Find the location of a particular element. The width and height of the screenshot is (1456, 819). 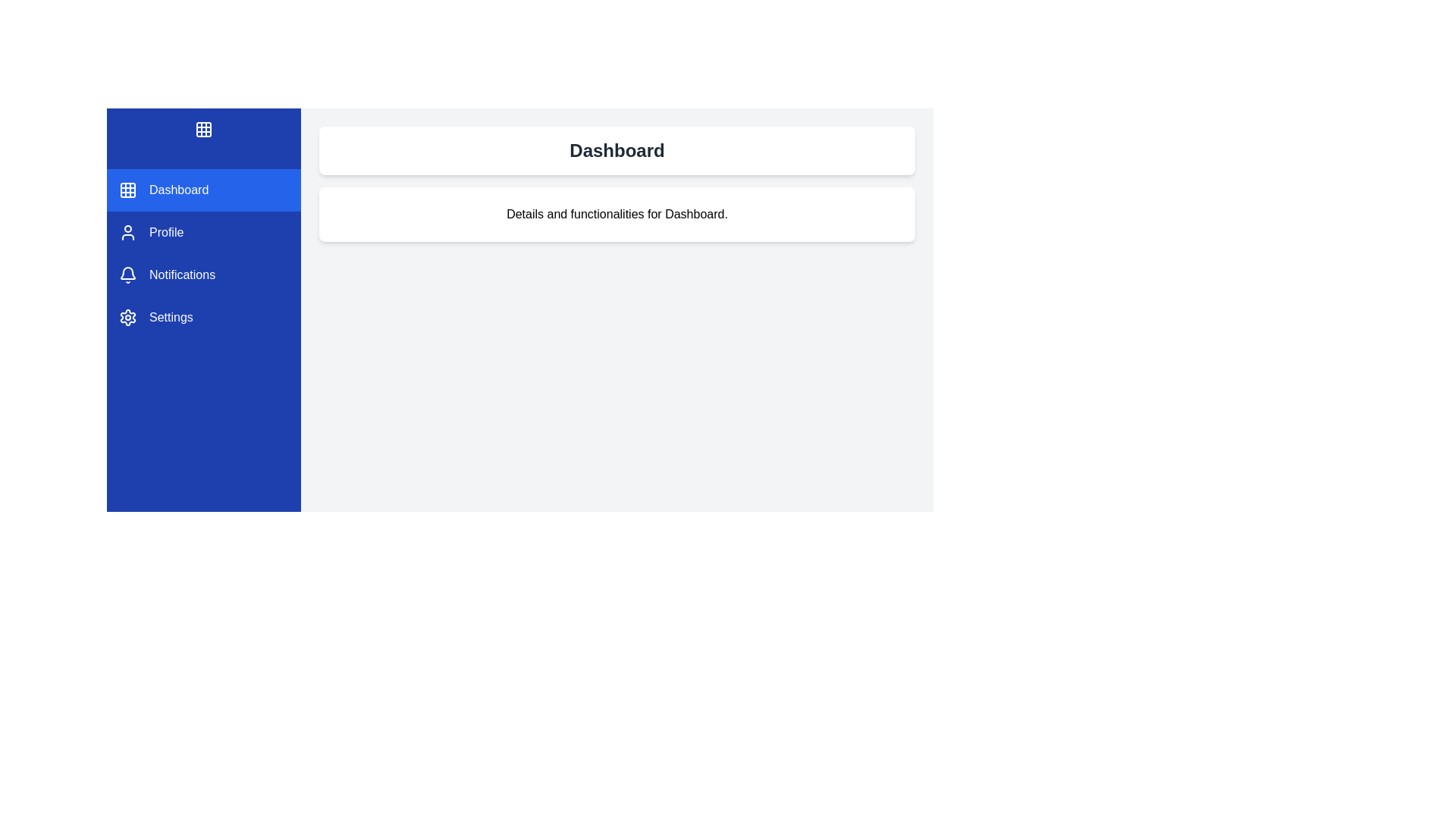

the 'Notifications' text label in the vertical navigation menu to interact with it, which is located between 'Profile' and 'Settings.' is located at coordinates (182, 275).